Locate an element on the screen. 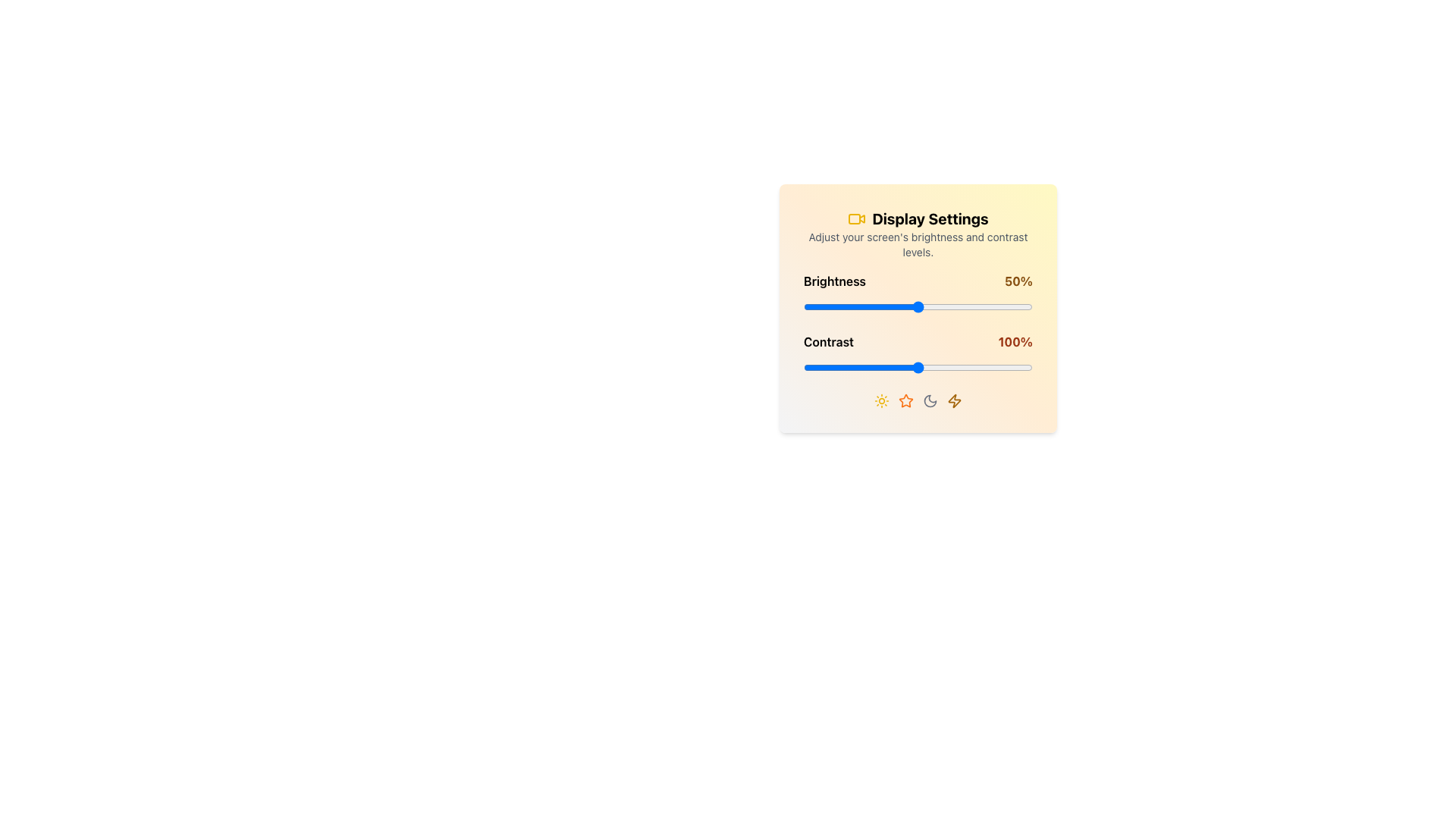 The height and width of the screenshot is (819, 1456). the SVG rectangle element that visually represents display or video settings, located near the 'Display Settings' title at the top left of the interface is located at coordinates (855, 219).